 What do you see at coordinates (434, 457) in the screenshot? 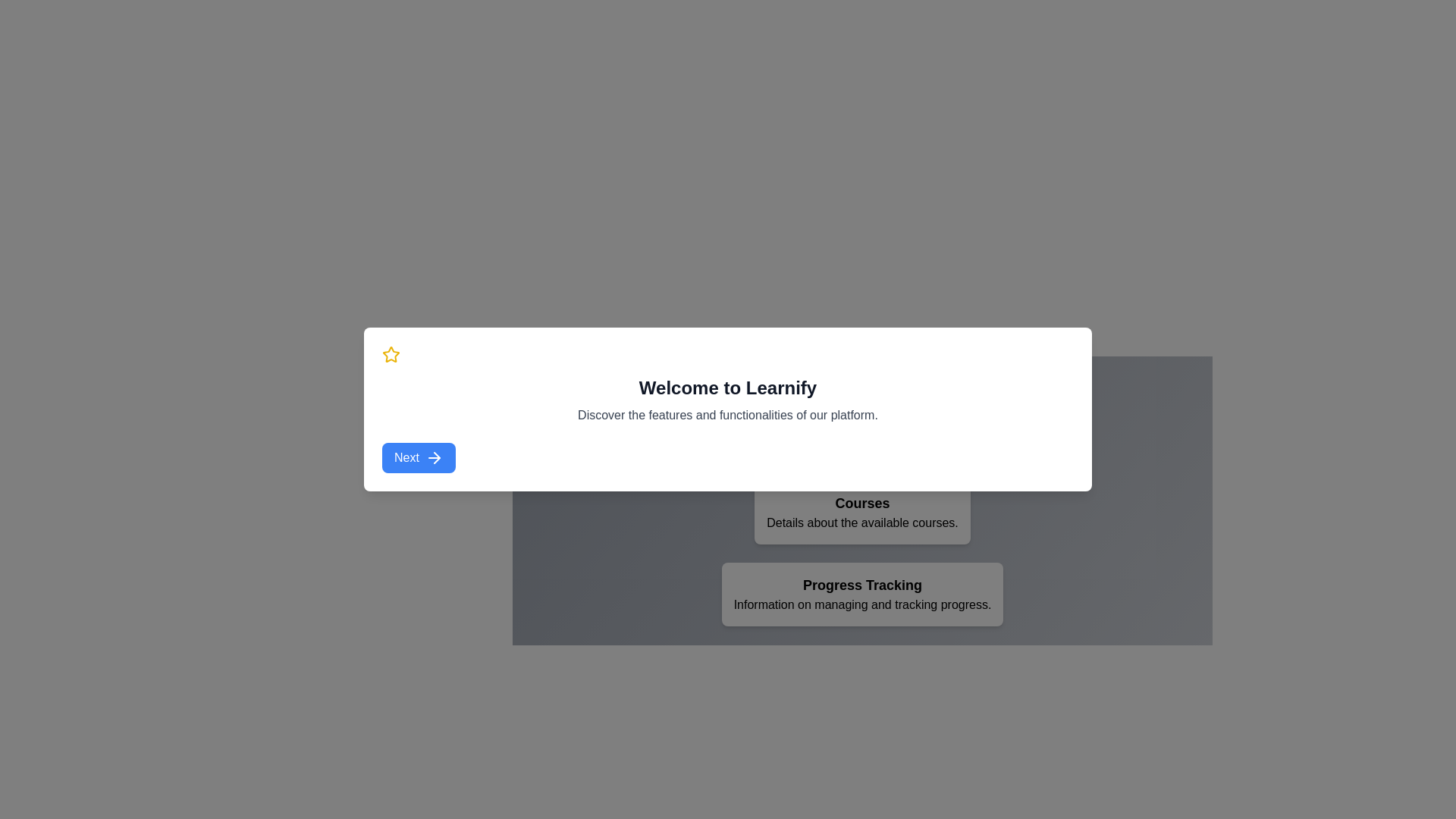
I see `the right-arrow SVG icon that signifies forward navigation, located within the blue 'Next' button at the lower-left corner of the modal window` at bounding box center [434, 457].